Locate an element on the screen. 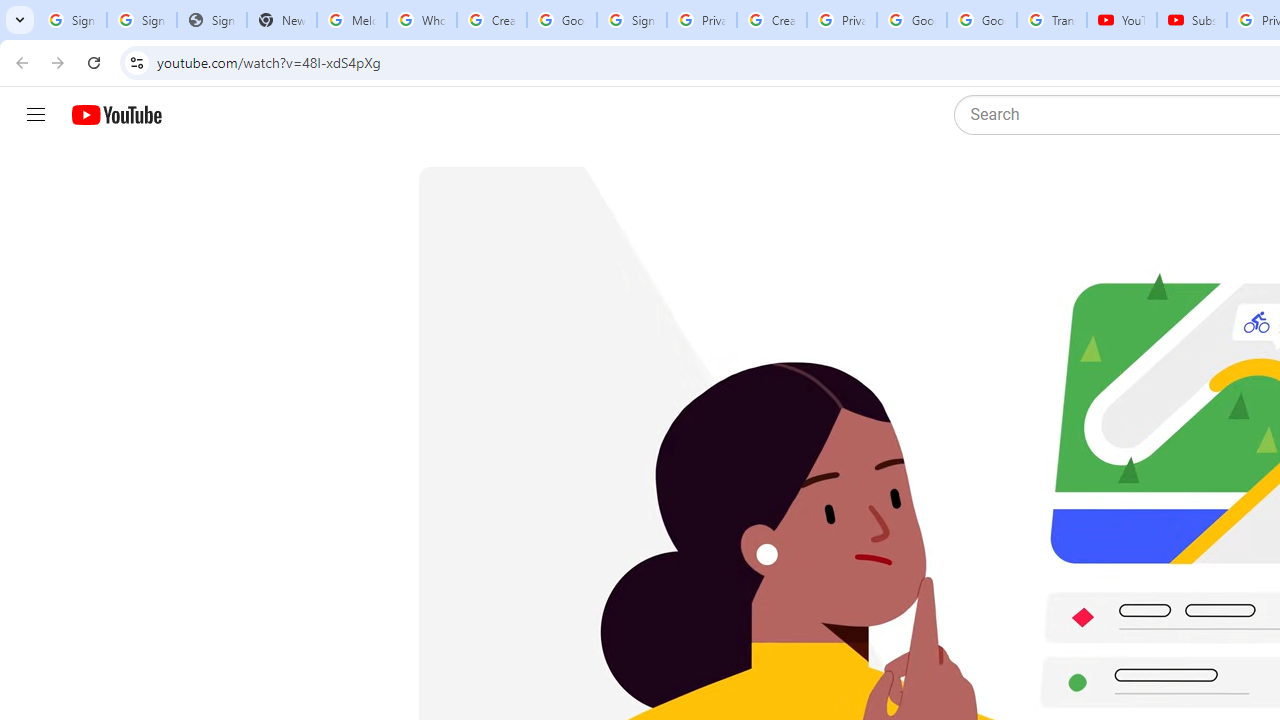 The image size is (1280, 720). 'Who is my administrator? - Google Account Help' is located at coordinates (420, 20).